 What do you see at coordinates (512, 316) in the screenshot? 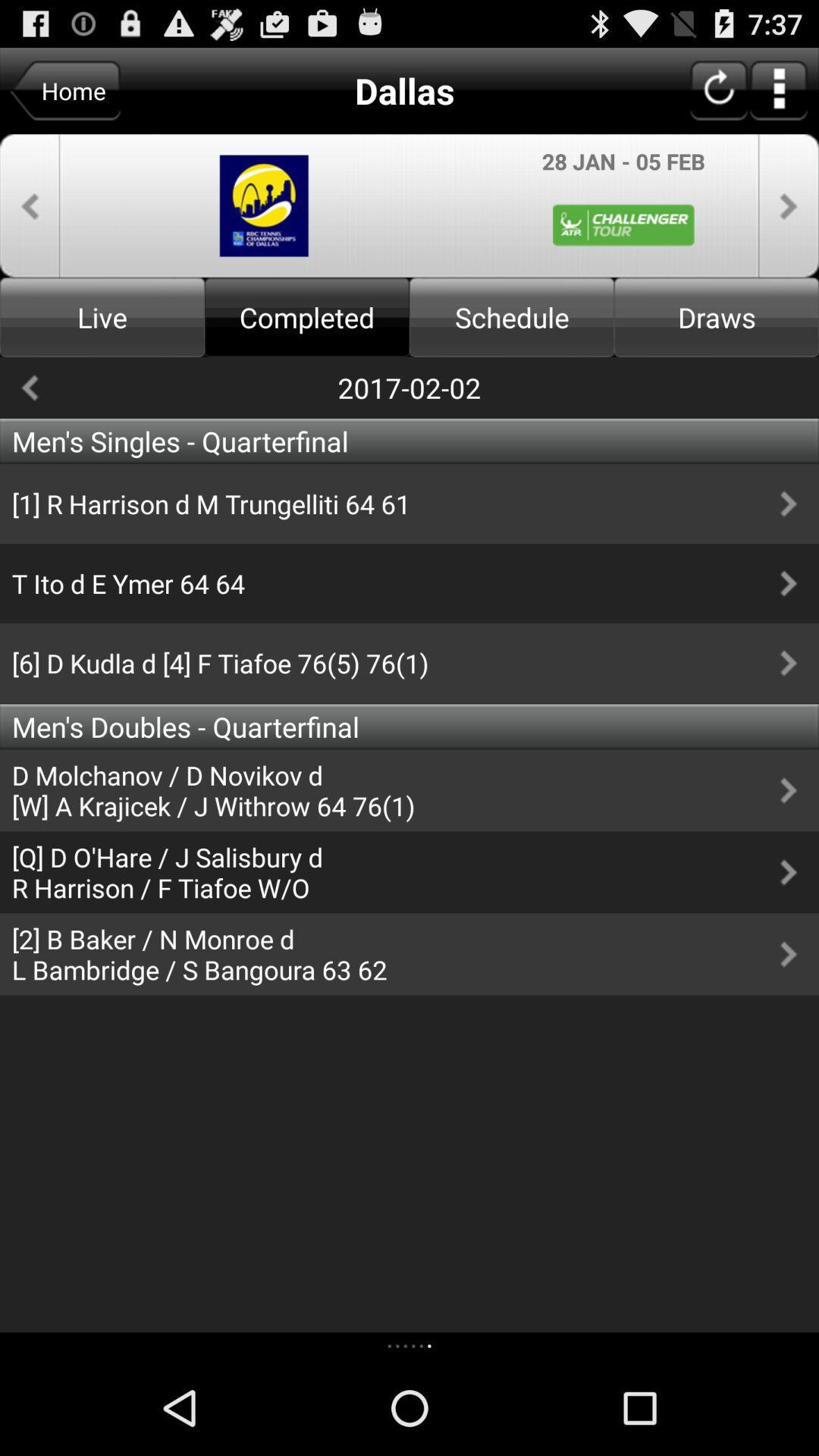
I see `the button which is next to the completed` at bounding box center [512, 316].